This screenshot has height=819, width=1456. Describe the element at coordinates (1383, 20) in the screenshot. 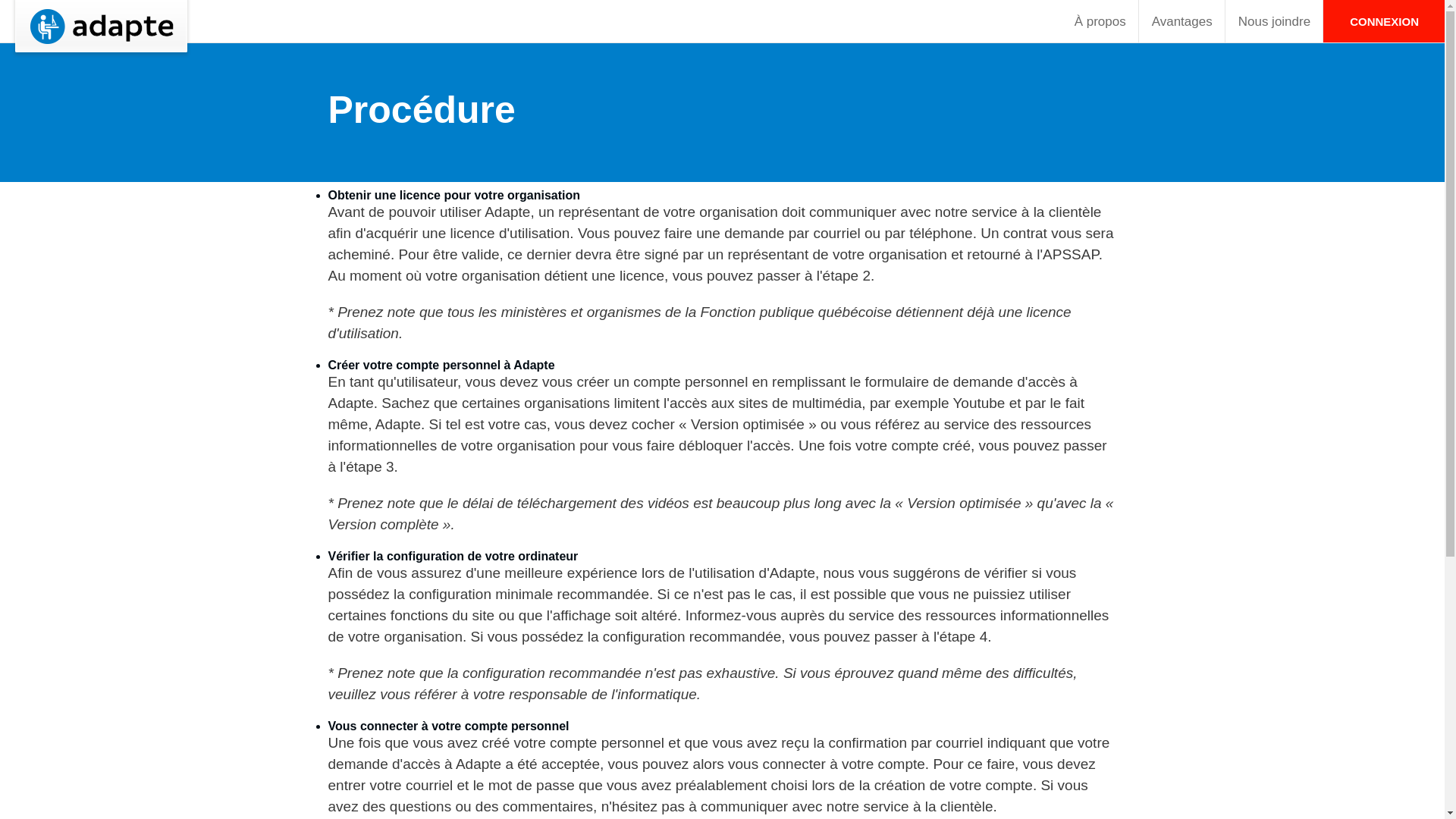

I see `'CONNEXION'` at that location.